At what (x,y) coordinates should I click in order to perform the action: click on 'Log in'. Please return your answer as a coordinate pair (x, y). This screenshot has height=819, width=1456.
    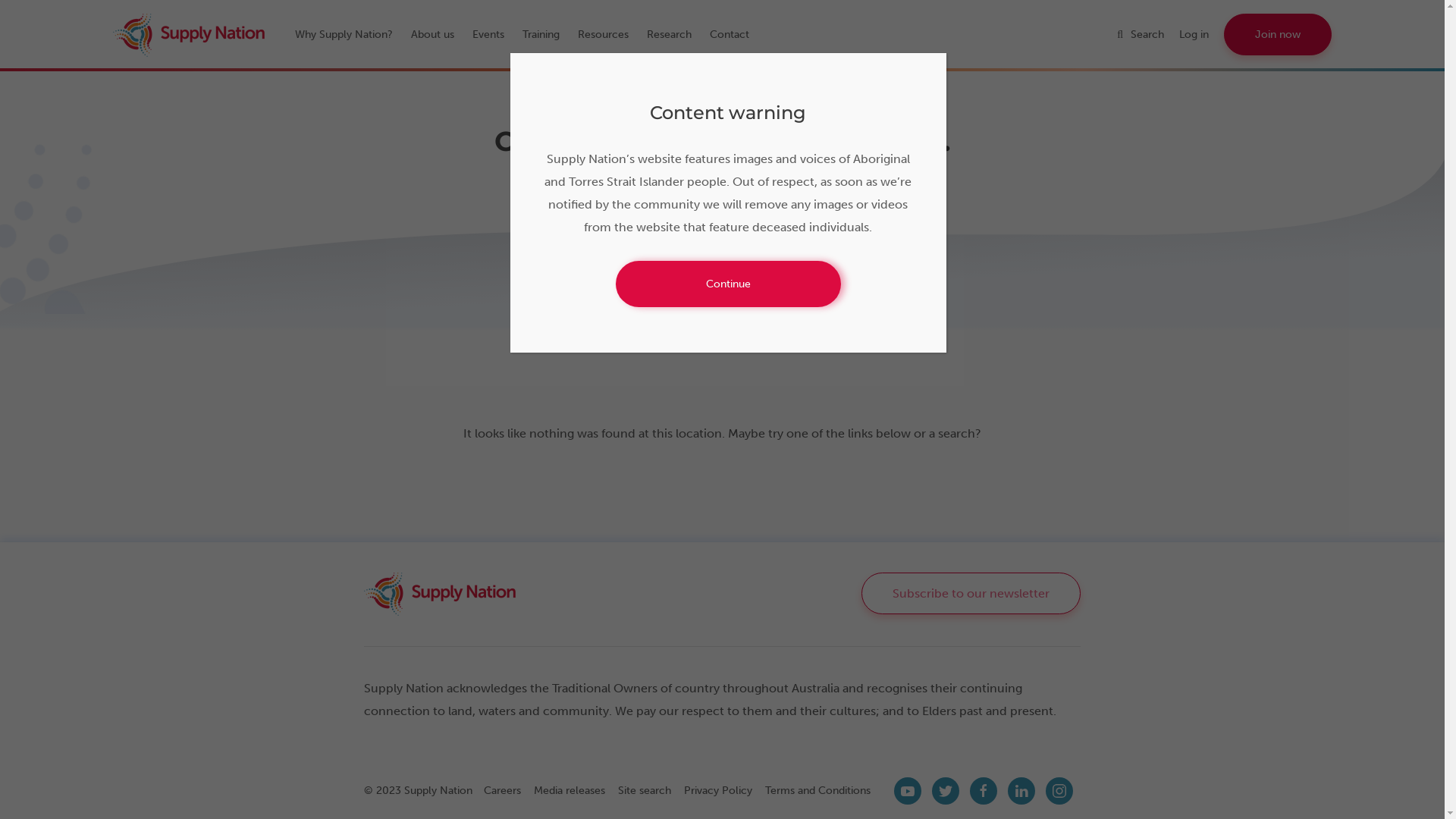
    Looking at the image, I should click on (1178, 34).